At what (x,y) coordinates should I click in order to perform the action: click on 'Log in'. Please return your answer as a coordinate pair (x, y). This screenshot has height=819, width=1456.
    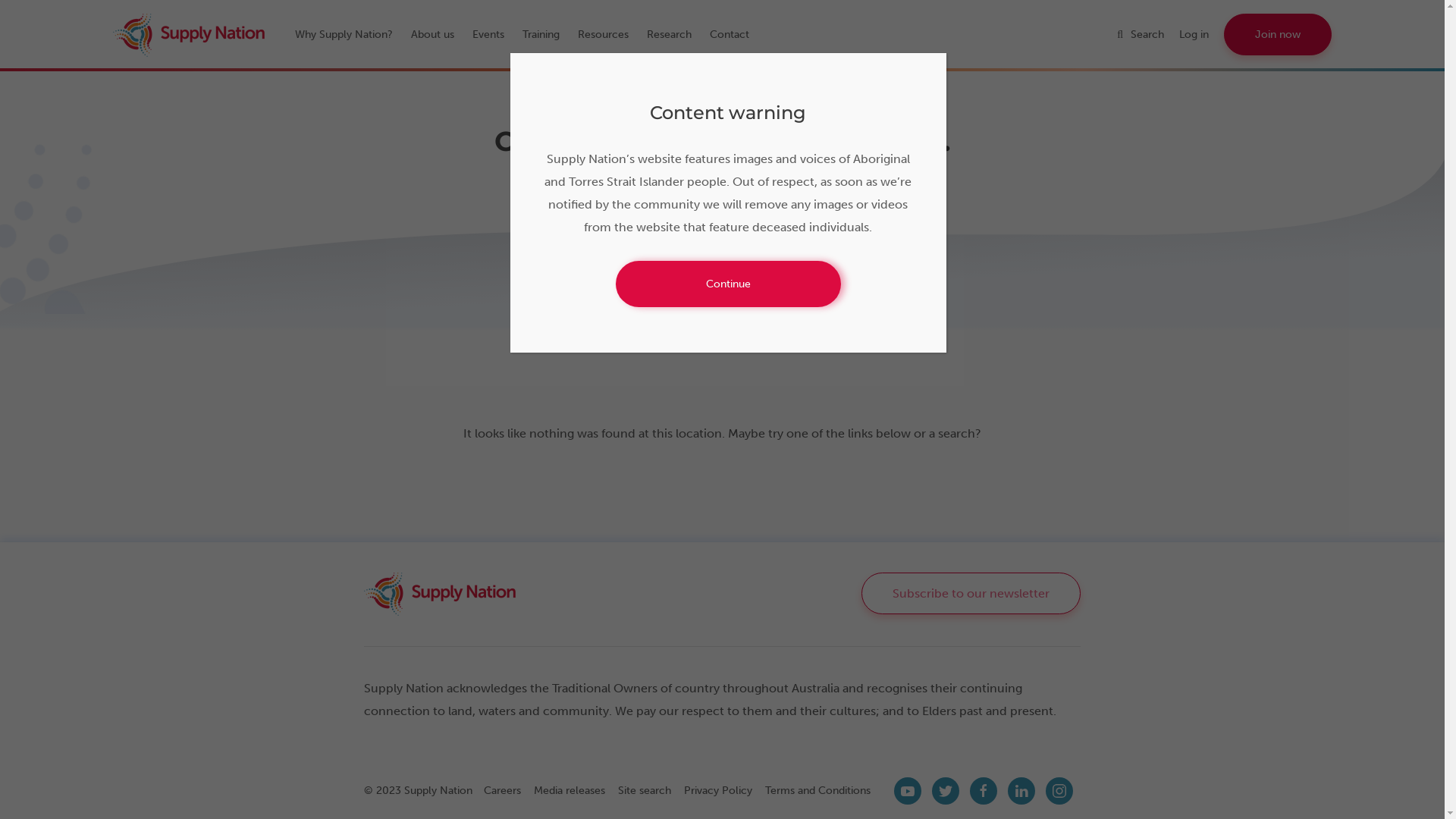
    Looking at the image, I should click on (1178, 34).